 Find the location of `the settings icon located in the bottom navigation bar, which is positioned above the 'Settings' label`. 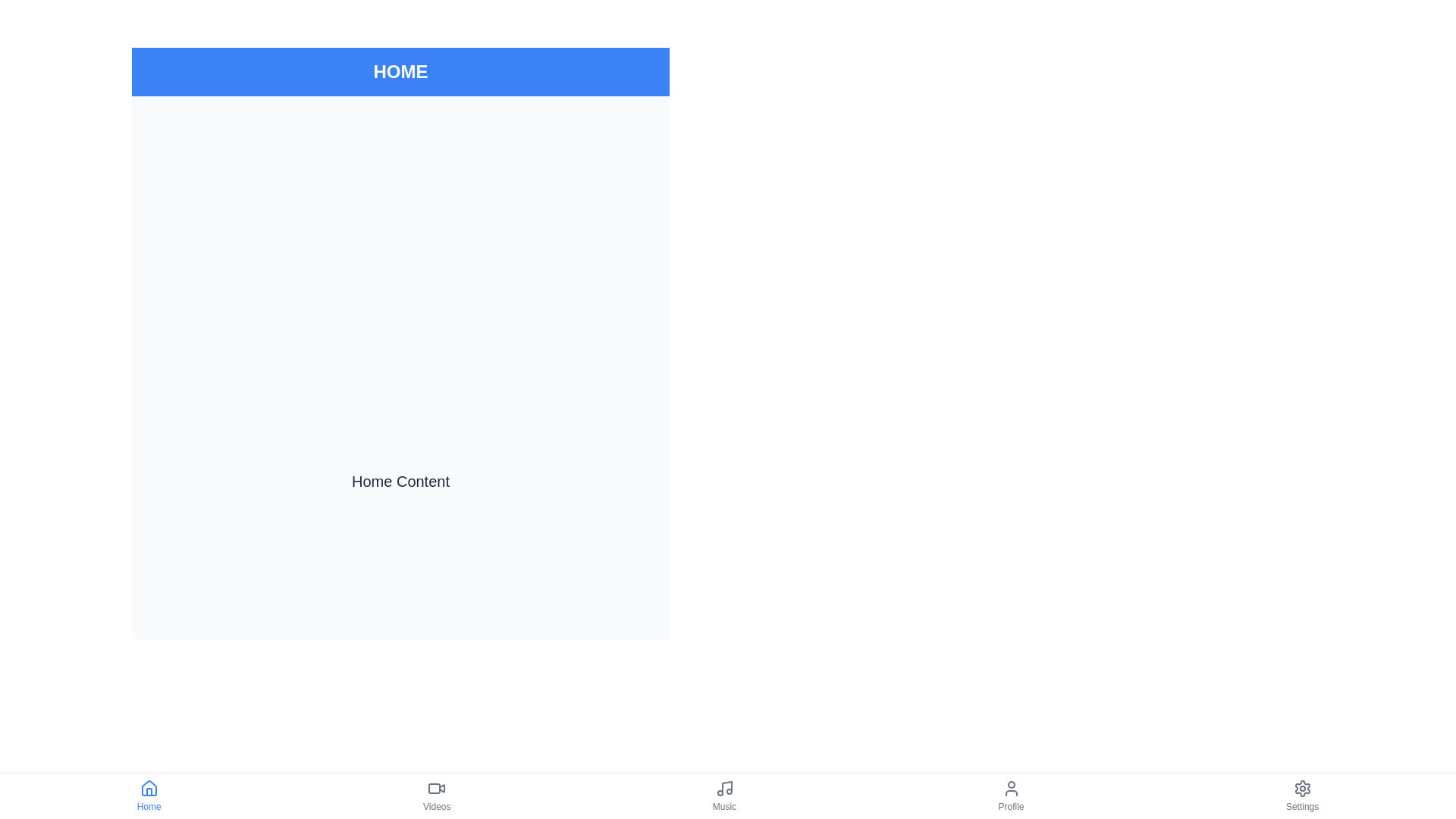

the settings icon located in the bottom navigation bar, which is positioned above the 'Settings' label is located at coordinates (1301, 788).